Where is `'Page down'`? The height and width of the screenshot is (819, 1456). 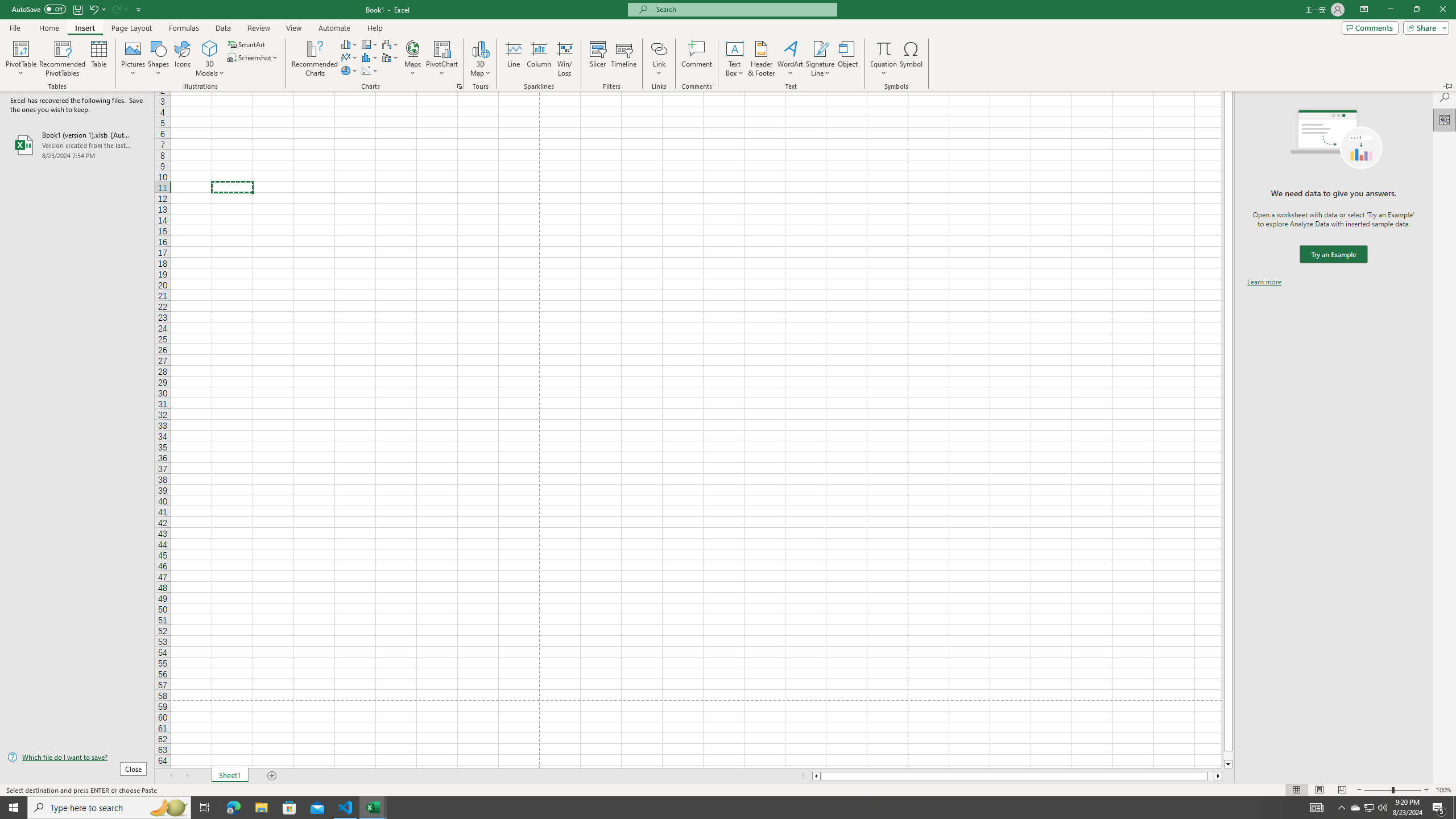 'Page down' is located at coordinates (1228, 755).